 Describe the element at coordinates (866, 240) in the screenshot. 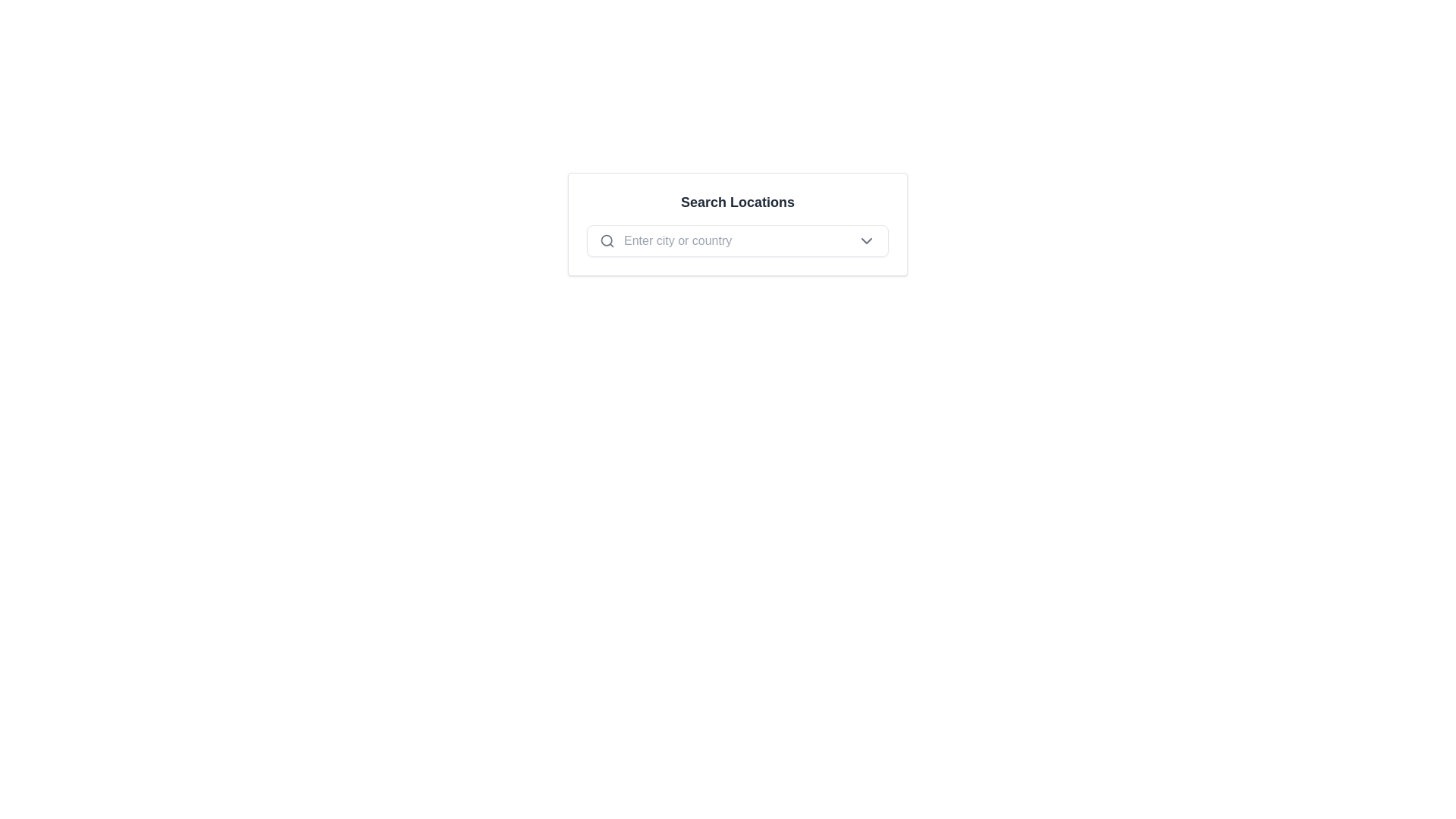

I see `the small downward-facing chevron icon, styled in dark gray, located at the far-right side inside a bordered, rounded rectangle containing a search area` at that location.